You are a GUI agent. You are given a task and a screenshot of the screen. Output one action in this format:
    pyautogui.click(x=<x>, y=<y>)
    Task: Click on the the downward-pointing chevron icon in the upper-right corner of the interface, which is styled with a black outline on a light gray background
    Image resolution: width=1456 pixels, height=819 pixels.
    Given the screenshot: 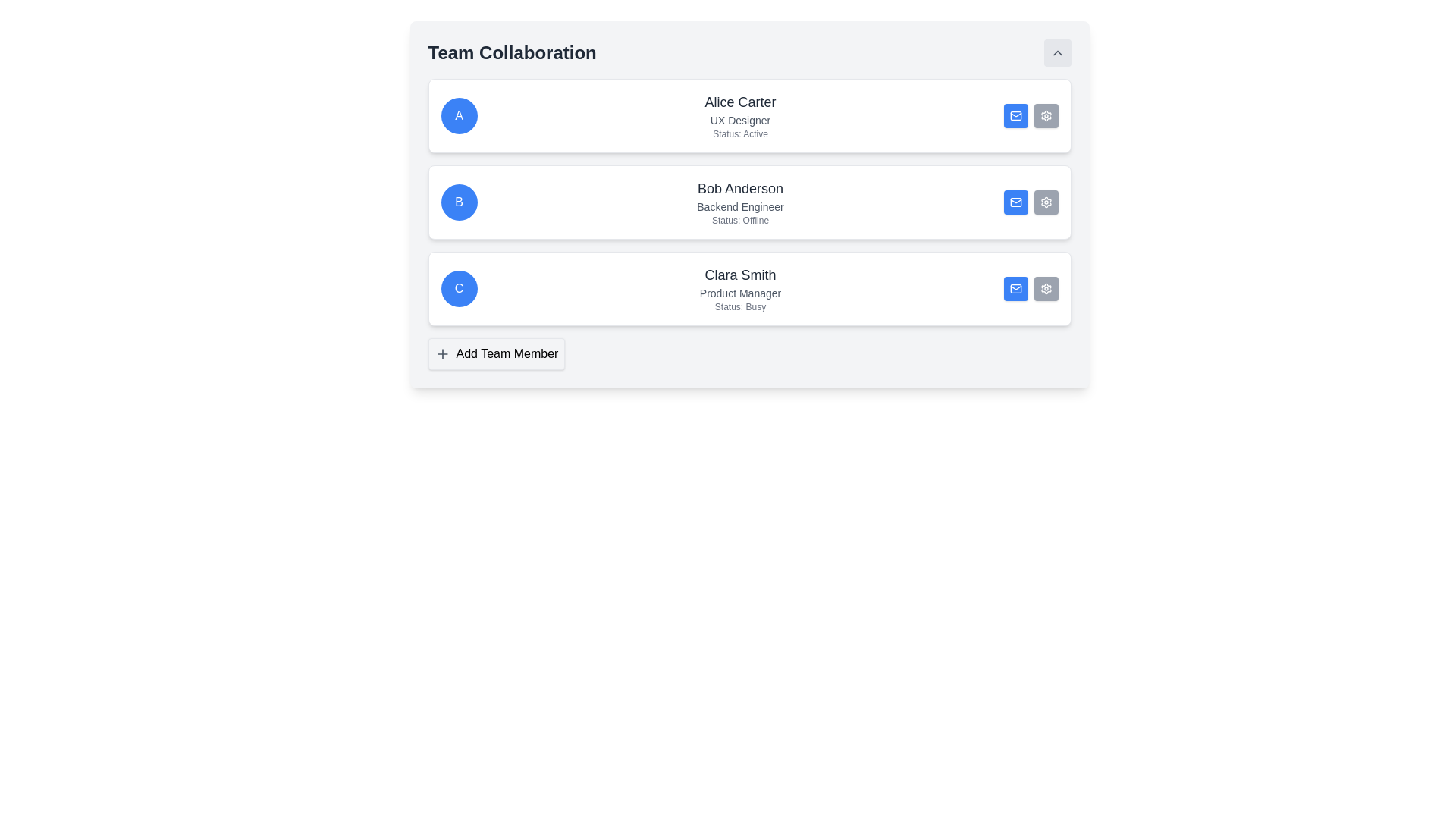 What is the action you would take?
    pyautogui.click(x=1056, y=52)
    